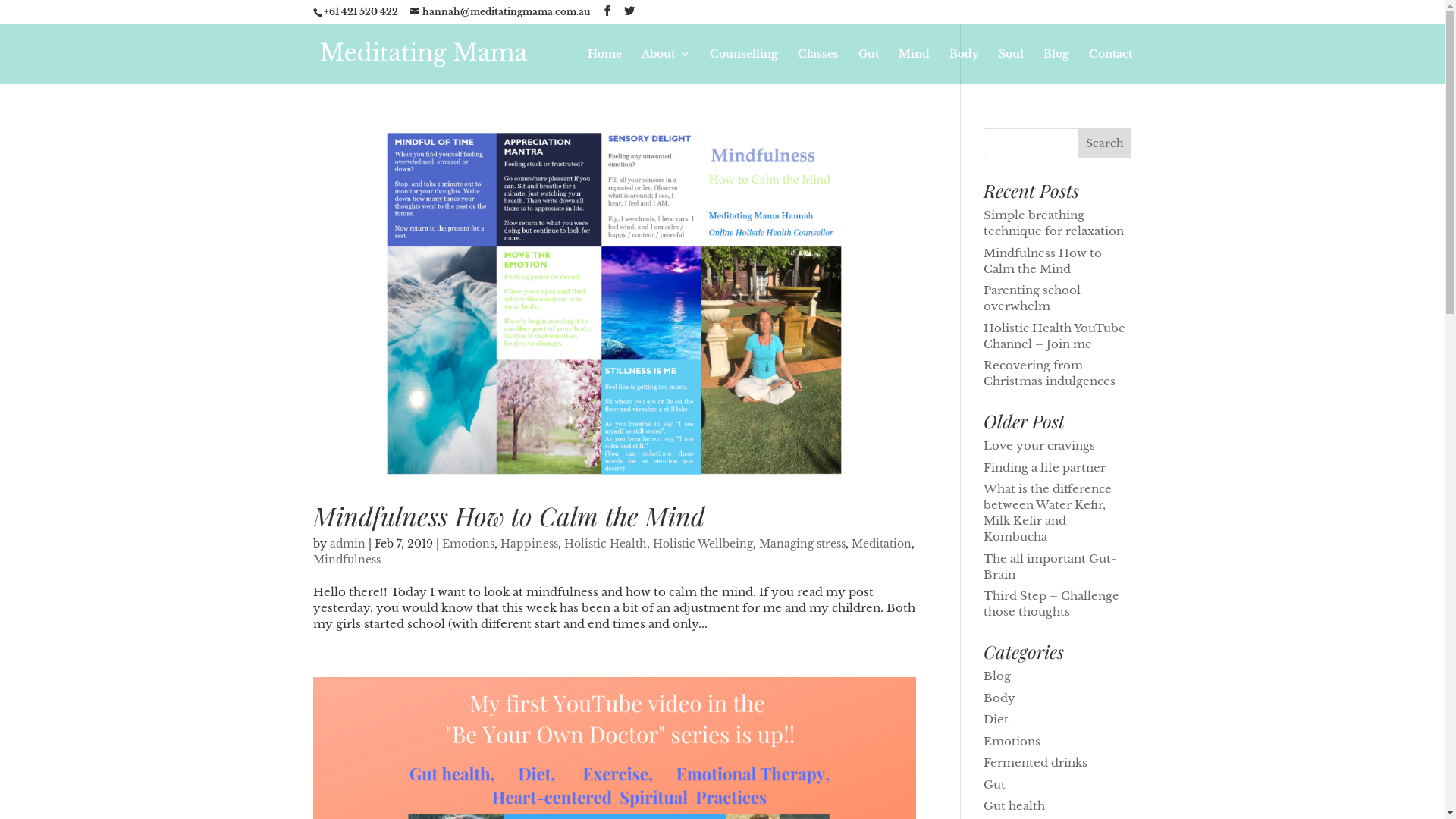 Image resolution: width=1456 pixels, height=819 pixels. Describe the element at coordinates (868, 65) in the screenshot. I see `'Gut'` at that location.